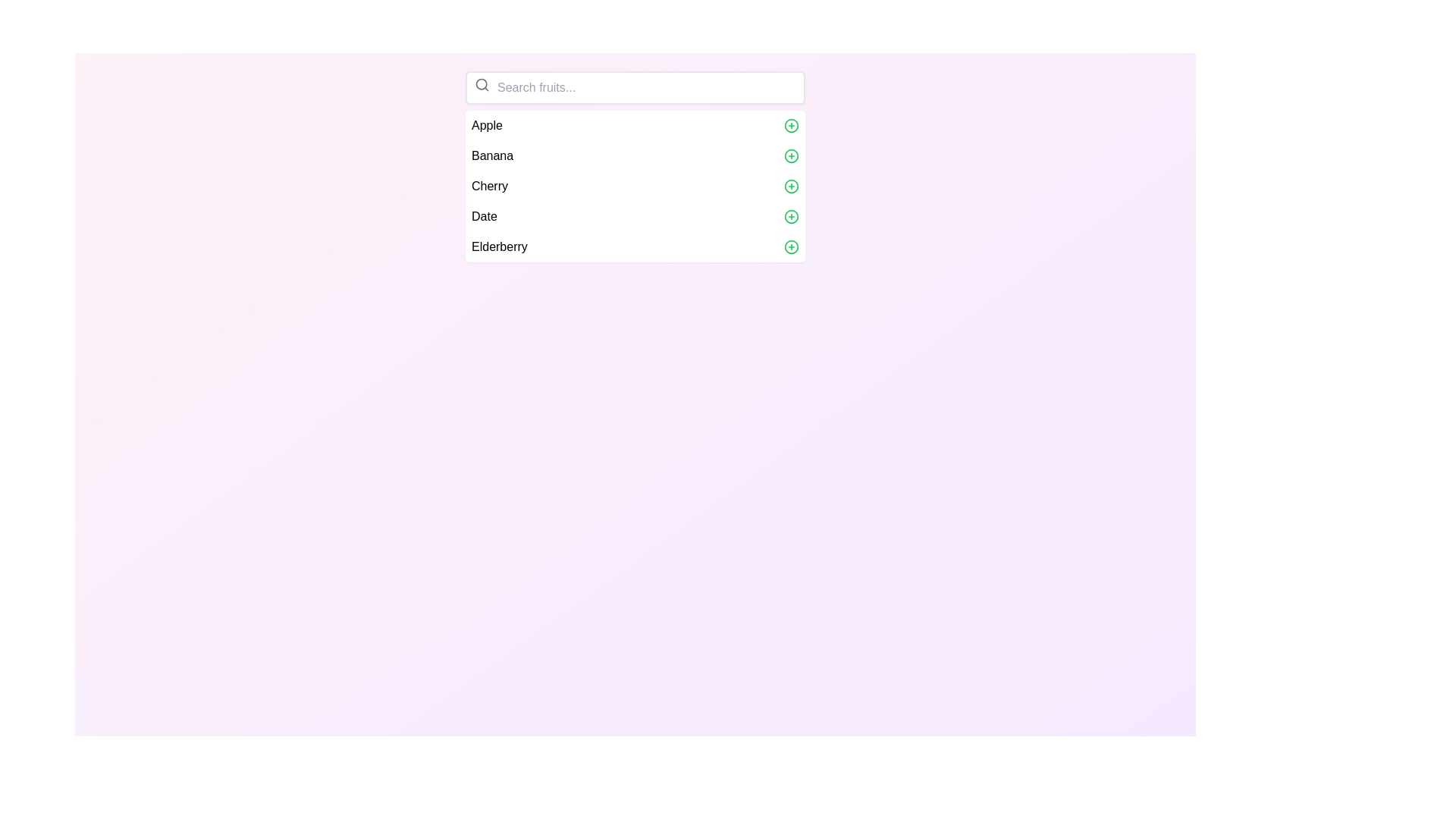 The height and width of the screenshot is (819, 1456). Describe the element at coordinates (790, 246) in the screenshot. I see `the interactive icon with a green border located at the bottom of the list next to the 'Elderberry' text` at that location.